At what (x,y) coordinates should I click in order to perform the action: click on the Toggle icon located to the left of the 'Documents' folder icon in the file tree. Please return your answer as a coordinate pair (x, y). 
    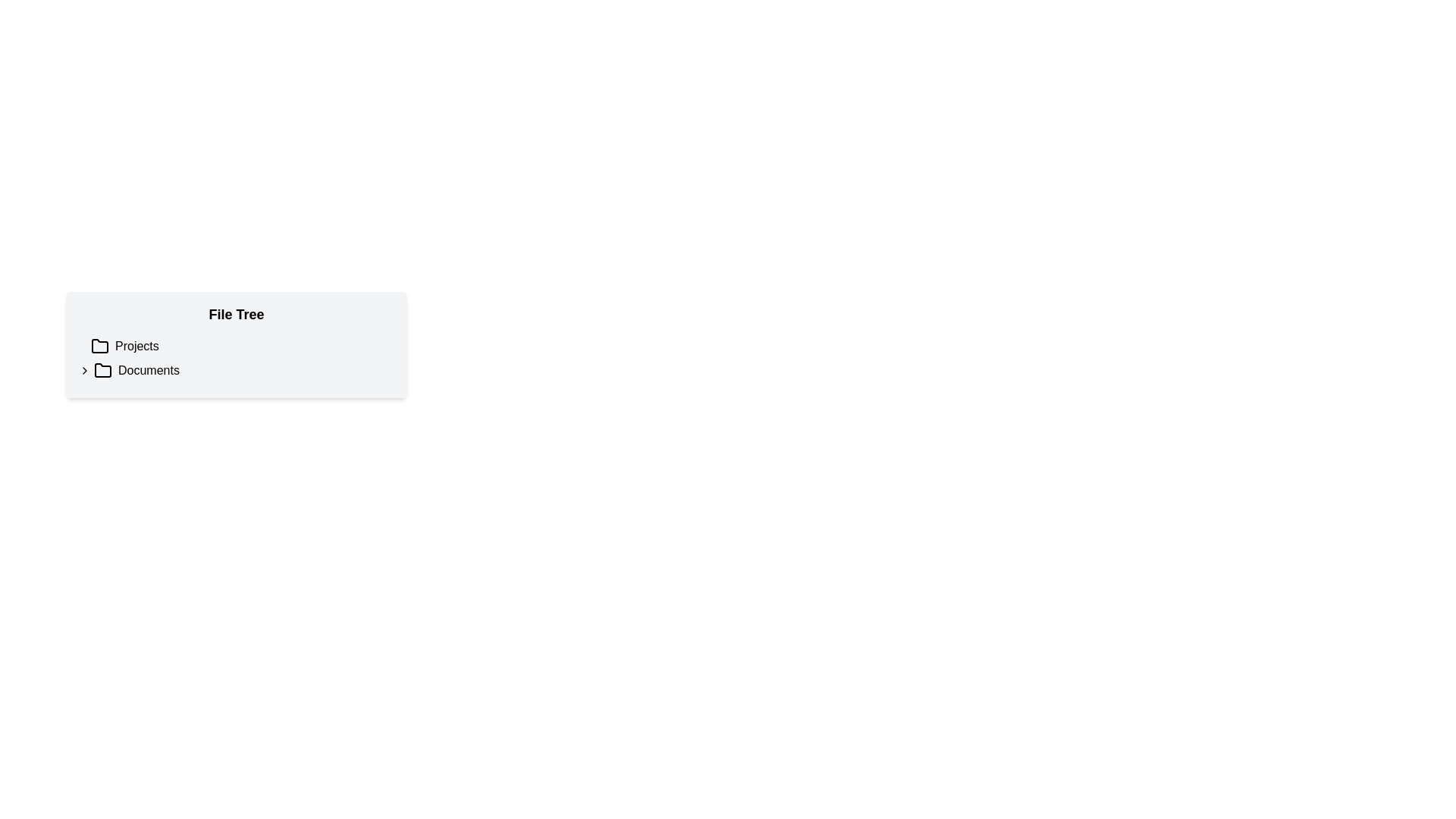
    Looking at the image, I should click on (83, 371).